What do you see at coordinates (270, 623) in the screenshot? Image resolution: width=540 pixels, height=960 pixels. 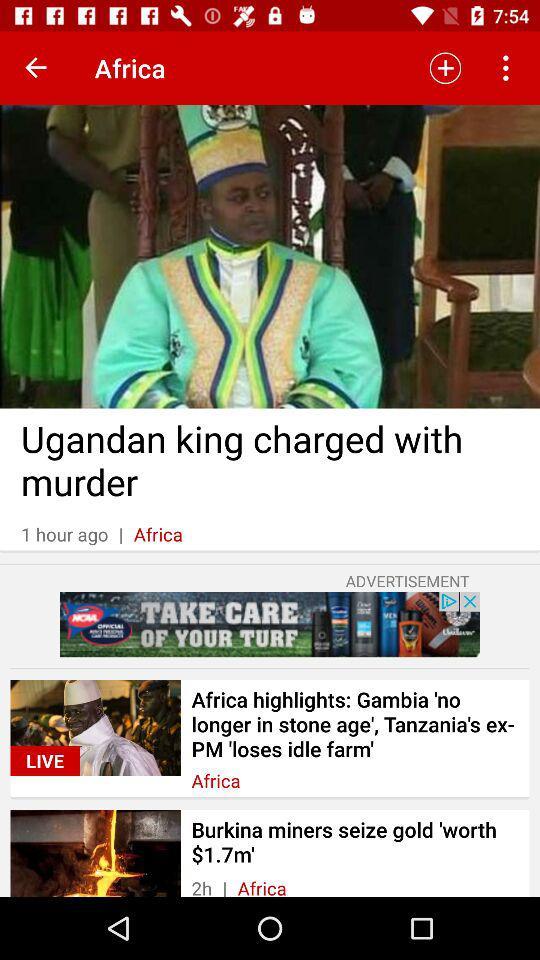 I see `adverdisment button` at bounding box center [270, 623].